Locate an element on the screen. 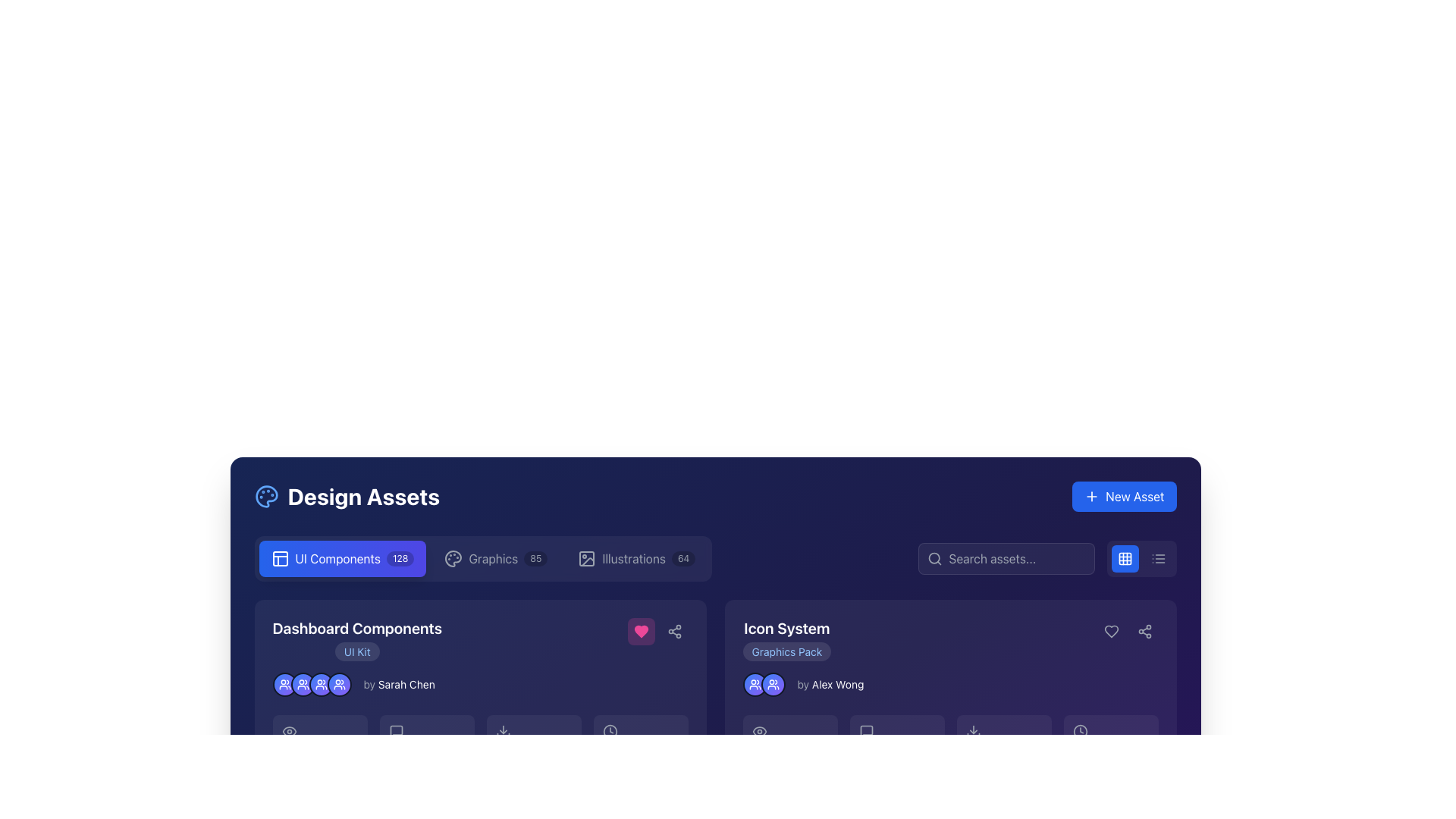 This screenshot has height=819, width=1456. the grid toggle button icon located in the top bar of the layout, positioned slightly to the right of the search bar is located at coordinates (1125, 558).